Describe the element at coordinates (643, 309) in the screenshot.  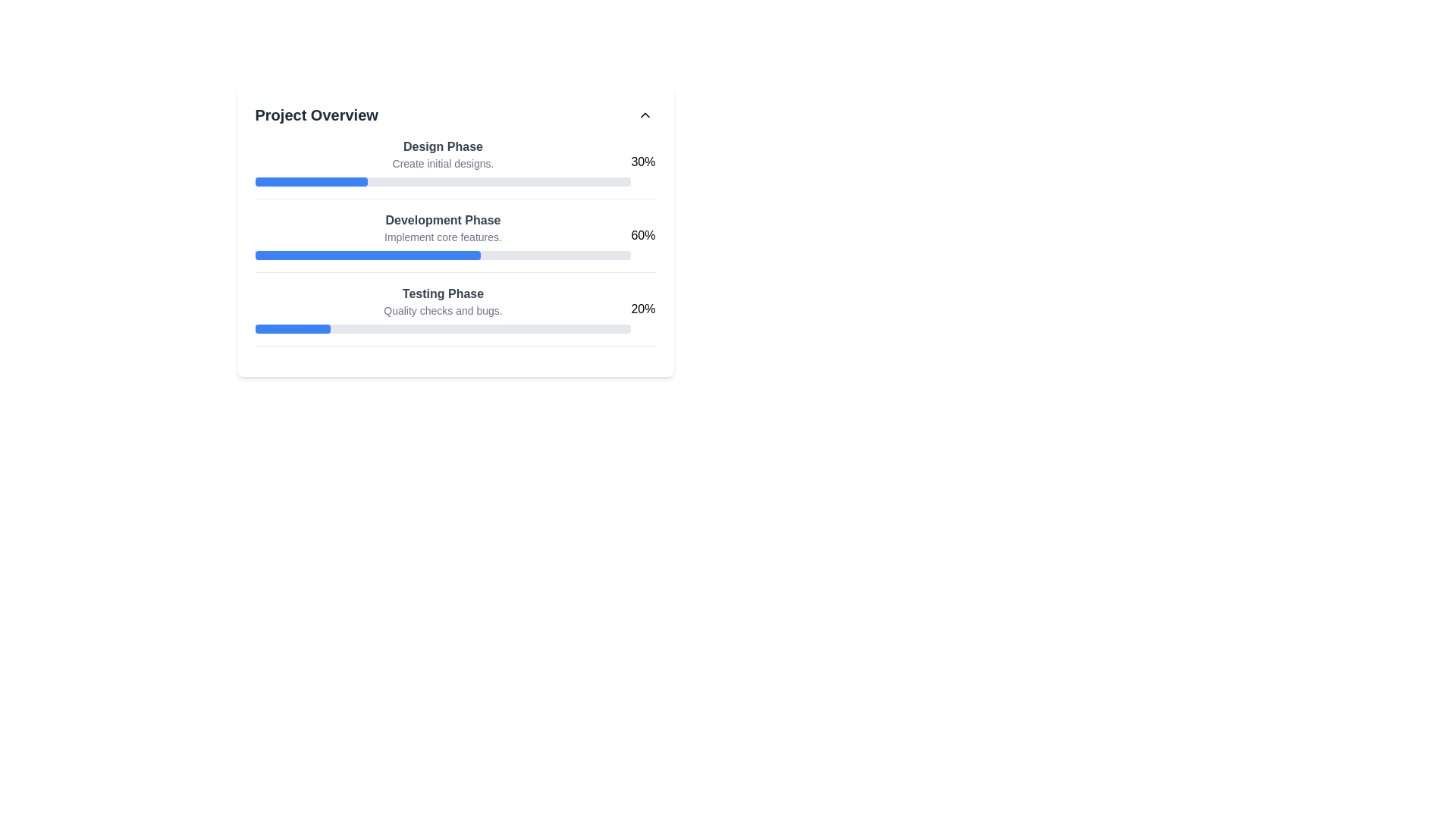
I see `the textual percentage indicator displaying '20%' which is aligned to the right of the 'Testing Phase' section in the 'Project Overview' interface` at that location.